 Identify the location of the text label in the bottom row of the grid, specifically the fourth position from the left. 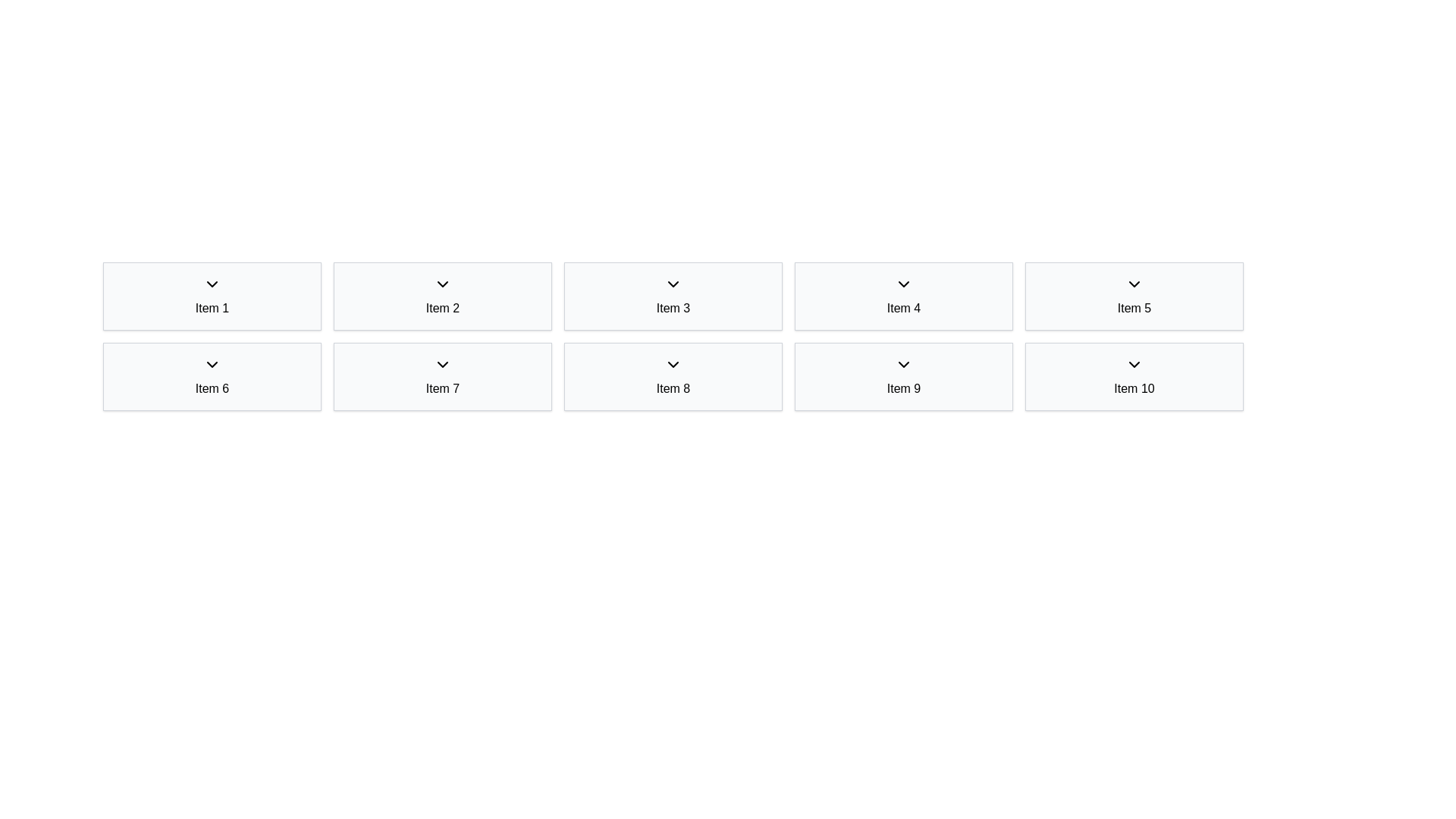
(903, 388).